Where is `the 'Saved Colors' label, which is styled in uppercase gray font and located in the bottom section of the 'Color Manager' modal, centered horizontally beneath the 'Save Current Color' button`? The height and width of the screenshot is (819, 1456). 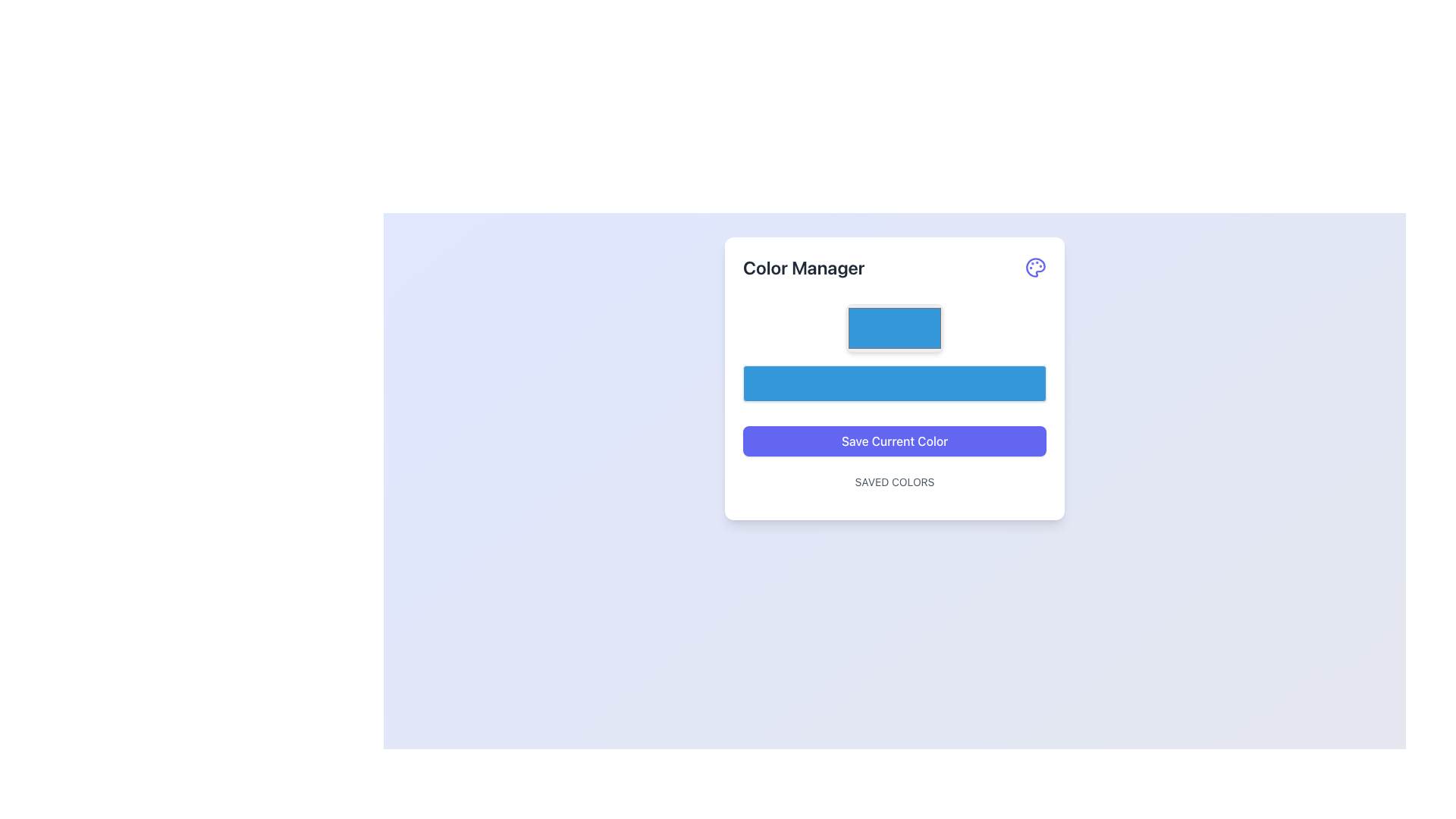
the 'Saved Colors' label, which is styled in uppercase gray font and located in the bottom section of the 'Color Manager' modal, centered horizontally beneath the 'Save Current Color' button is located at coordinates (895, 488).